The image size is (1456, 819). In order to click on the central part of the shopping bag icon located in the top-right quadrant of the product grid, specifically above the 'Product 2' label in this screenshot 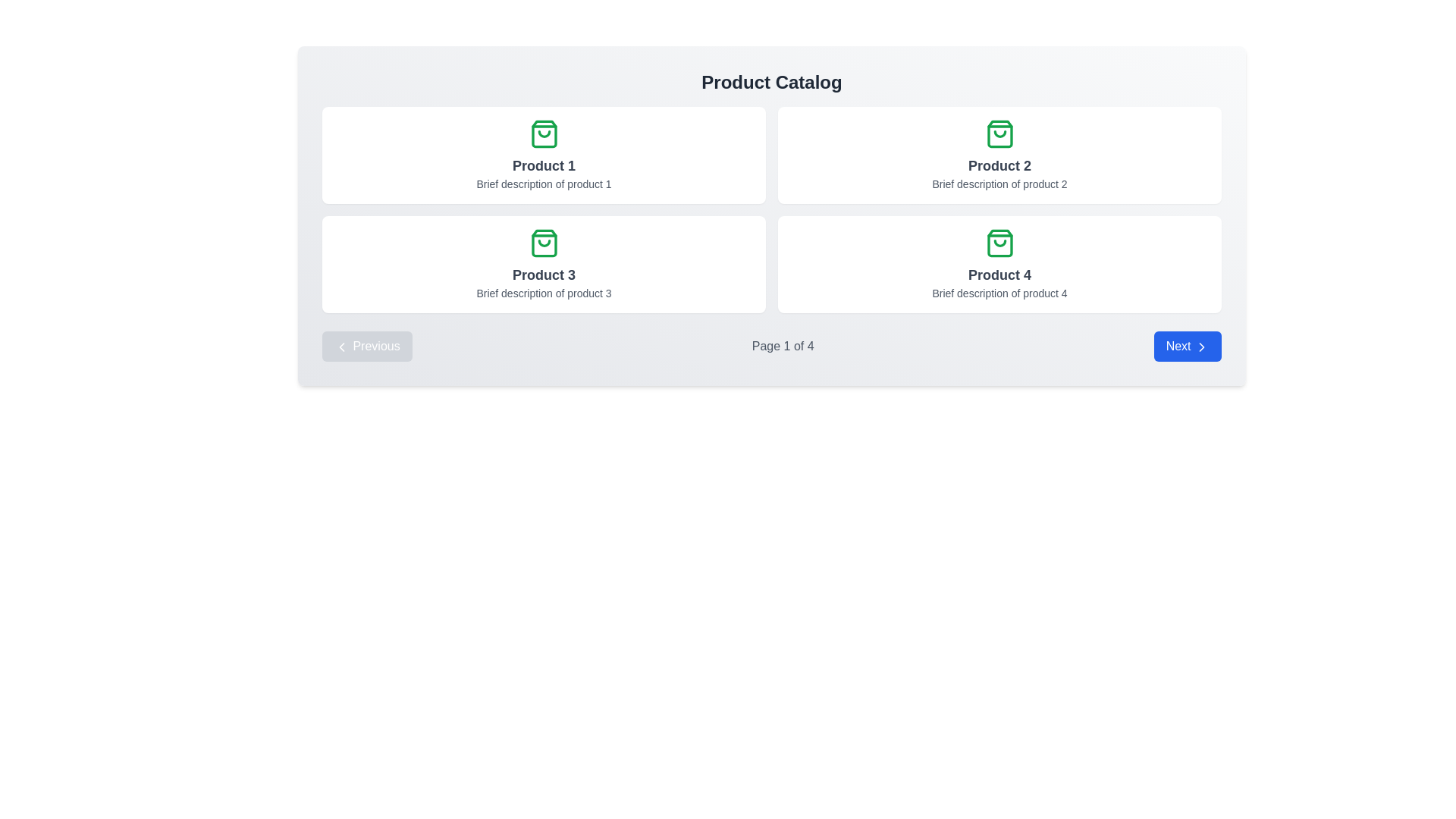, I will do `click(999, 133)`.